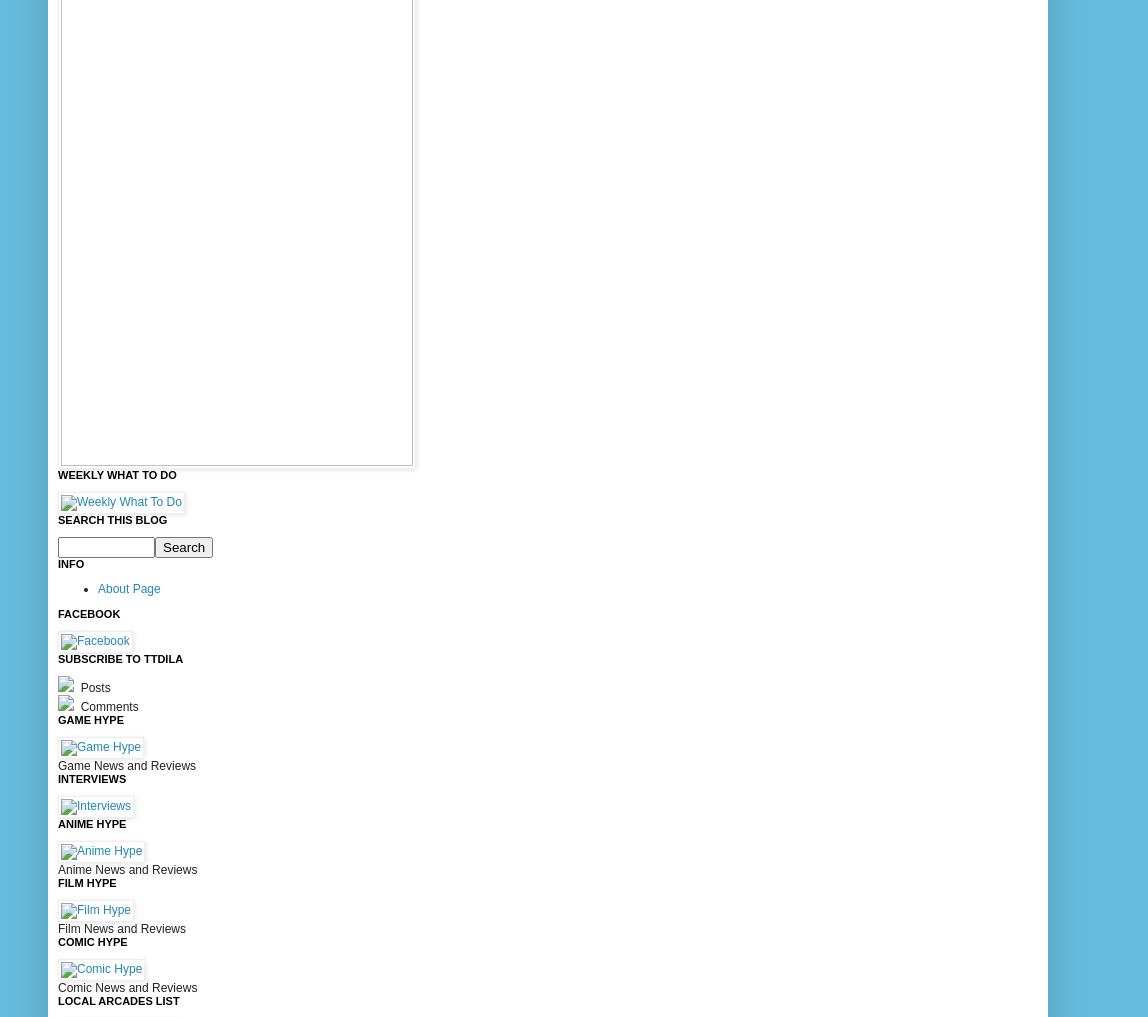 This screenshot has width=1148, height=1017. I want to click on 'Comments', so click(107, 705).